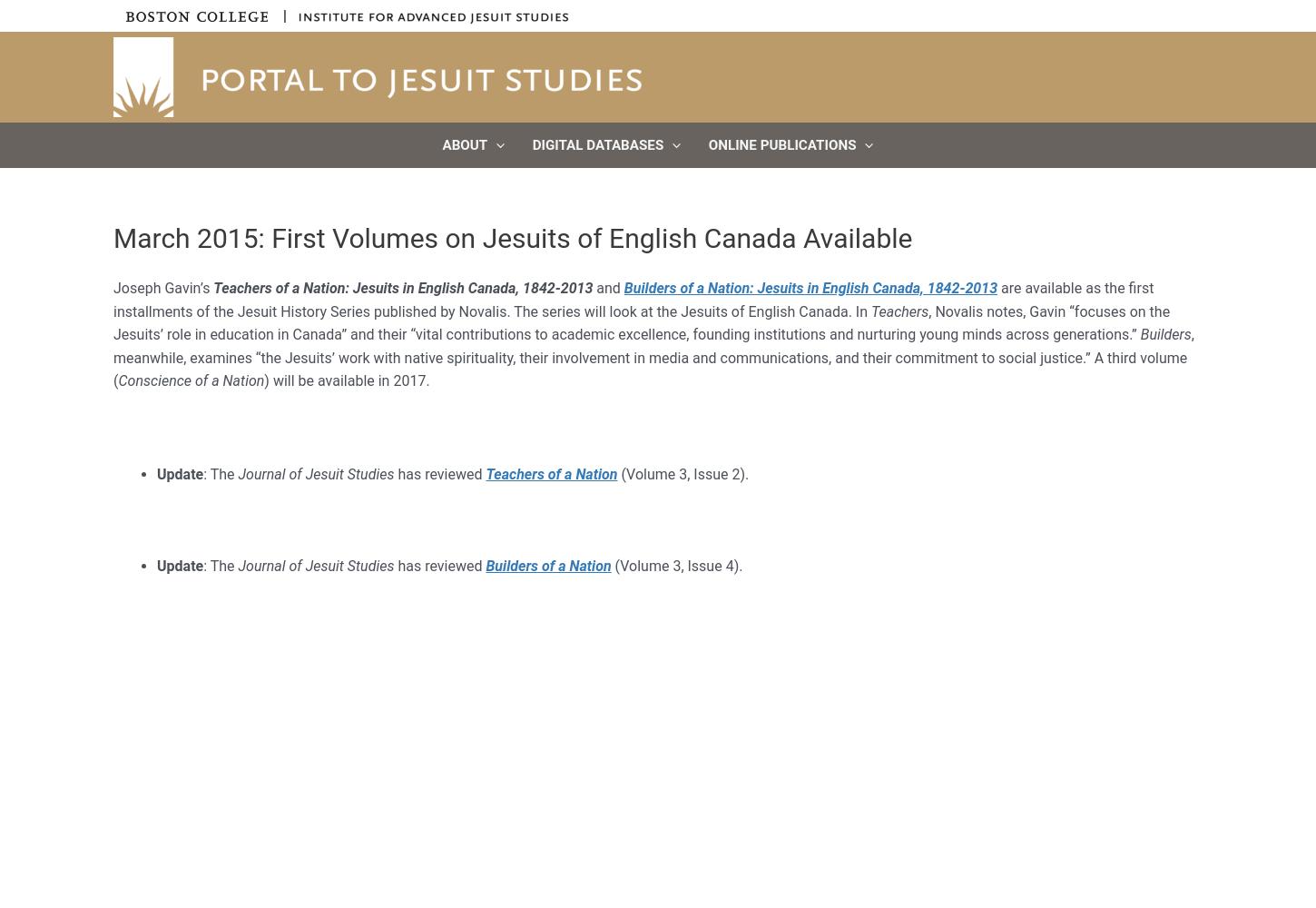 Image resolution: width=1316 pixels, height=908 pixels. What do you see at coordinates (1164, 333) in the screenshot?
I see `'Builders'` at bounding box center [1164, 333].